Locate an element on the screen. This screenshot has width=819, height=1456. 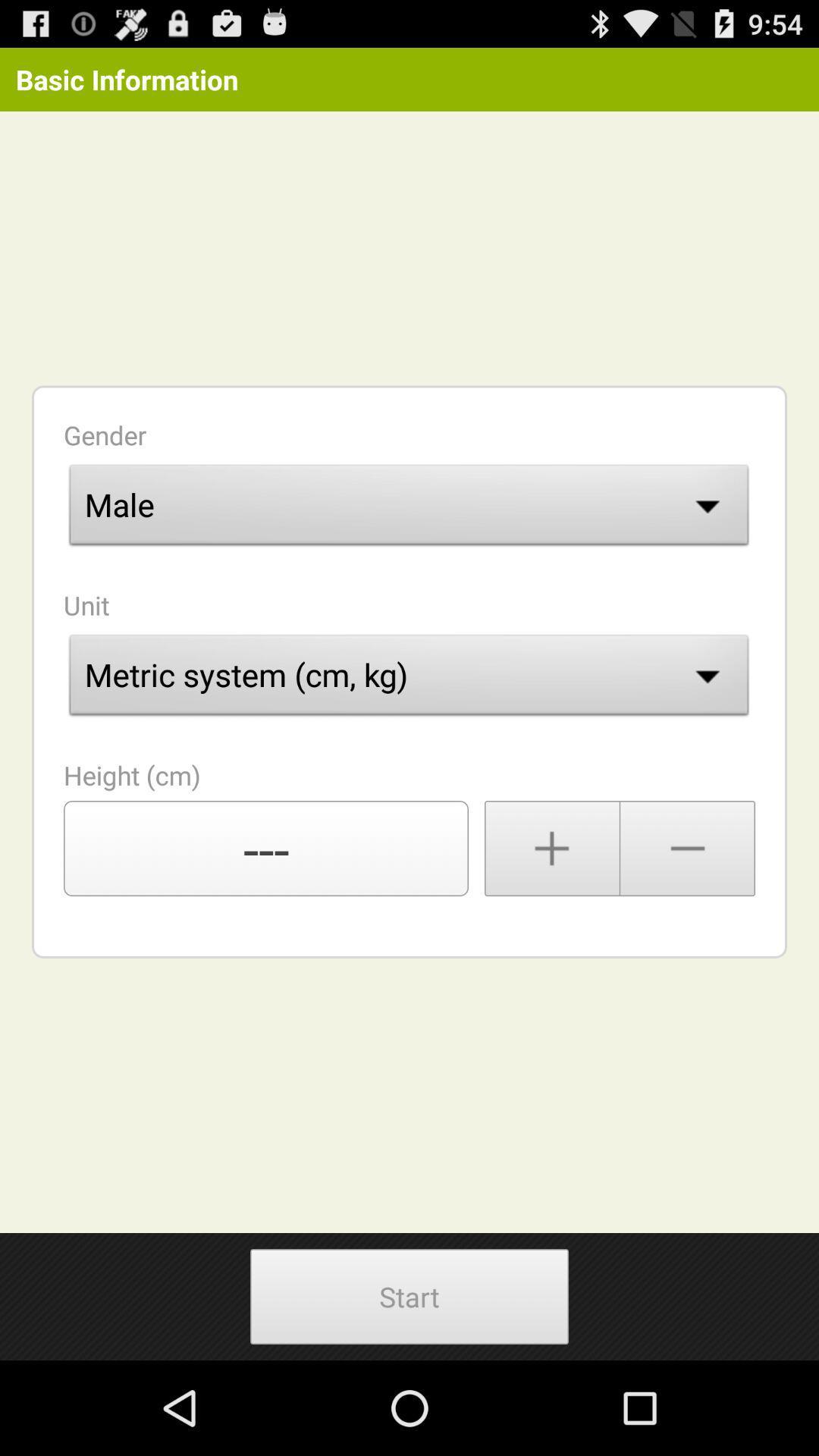
the item above start is located at coordinates (265, 847).